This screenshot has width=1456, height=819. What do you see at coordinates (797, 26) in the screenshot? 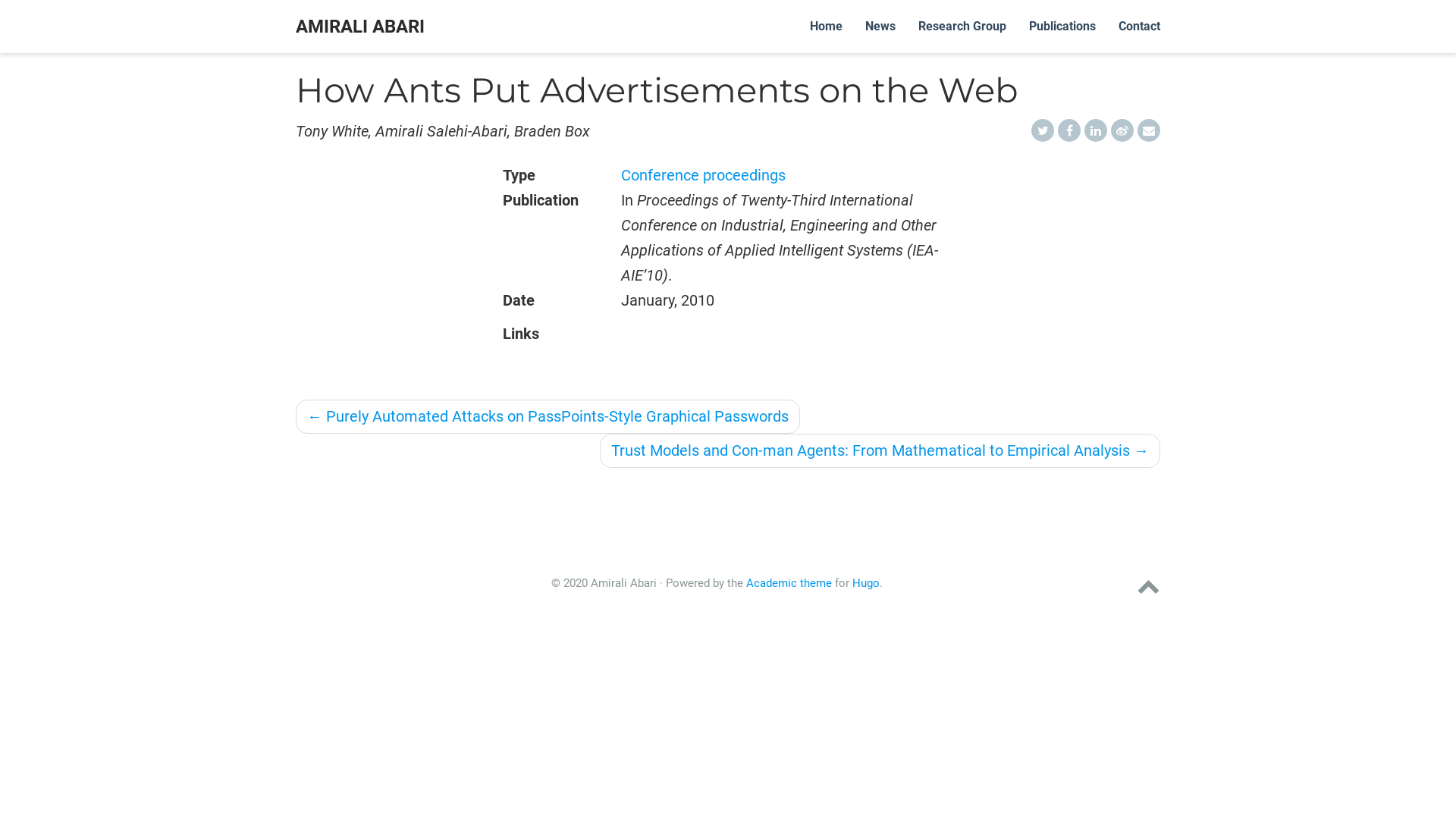
I see `'Home'` at bounding box center [797, 26].